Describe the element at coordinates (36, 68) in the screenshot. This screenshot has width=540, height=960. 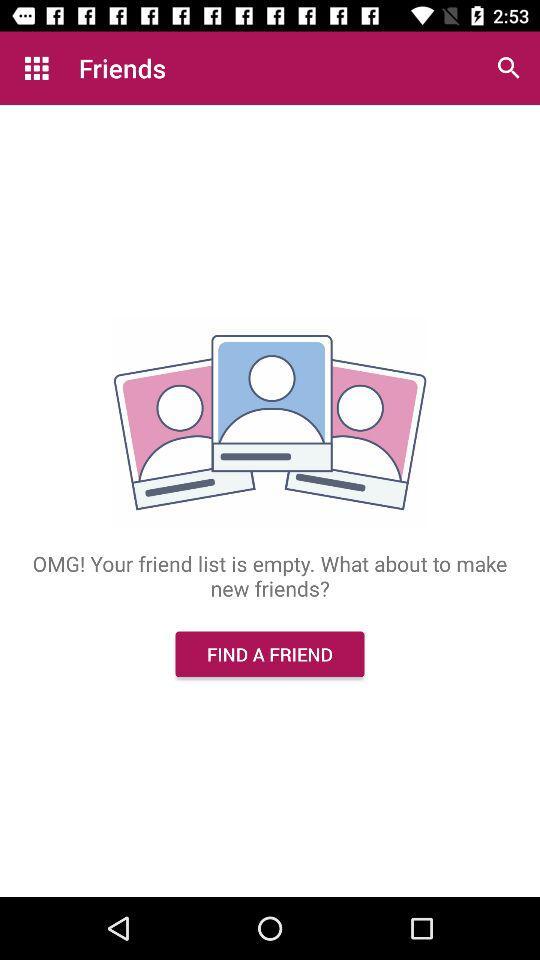
I see `the item next to the friends item` at that location.